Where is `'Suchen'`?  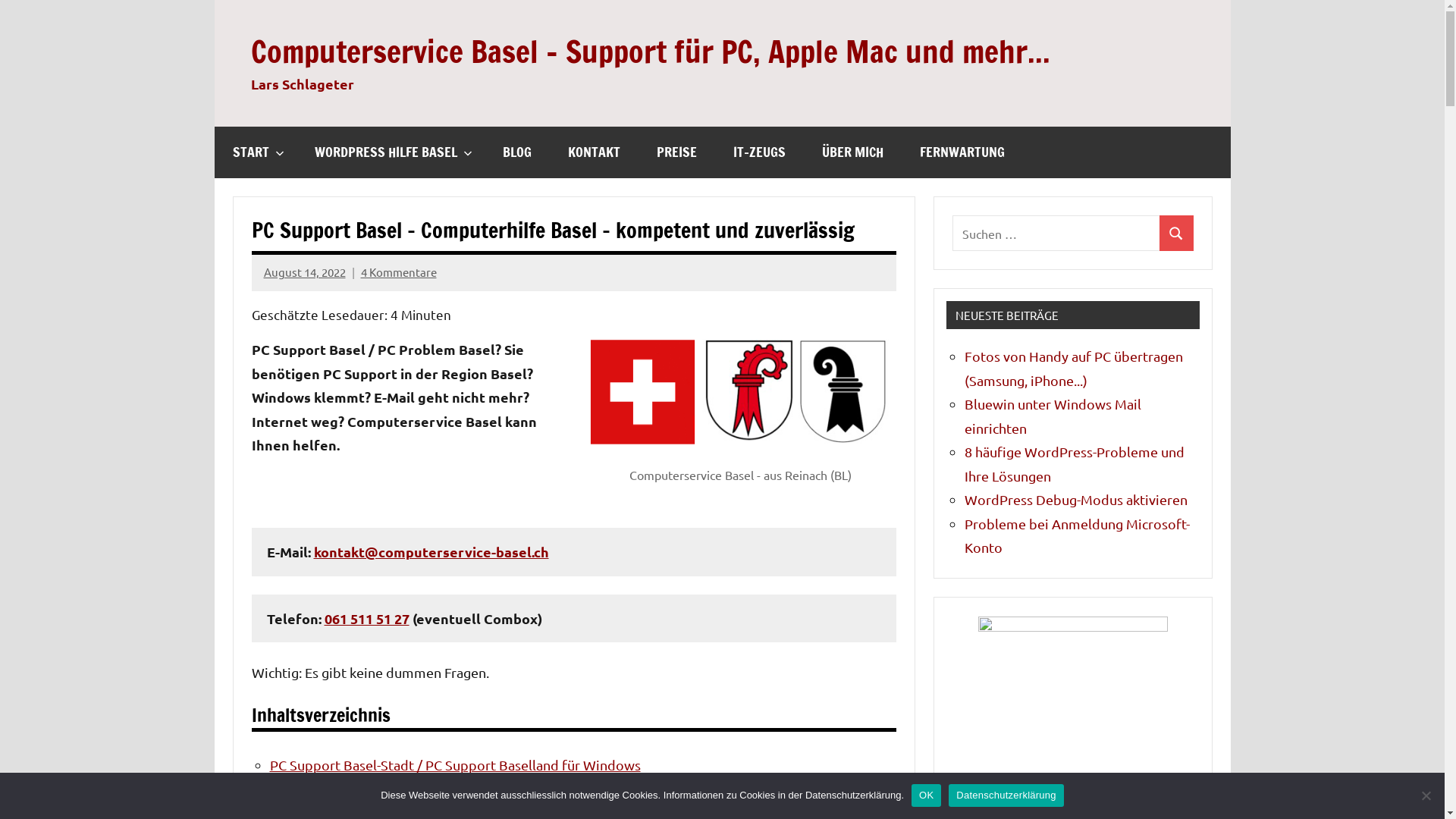 'Suchen' is located at coordinates (1175, 233).